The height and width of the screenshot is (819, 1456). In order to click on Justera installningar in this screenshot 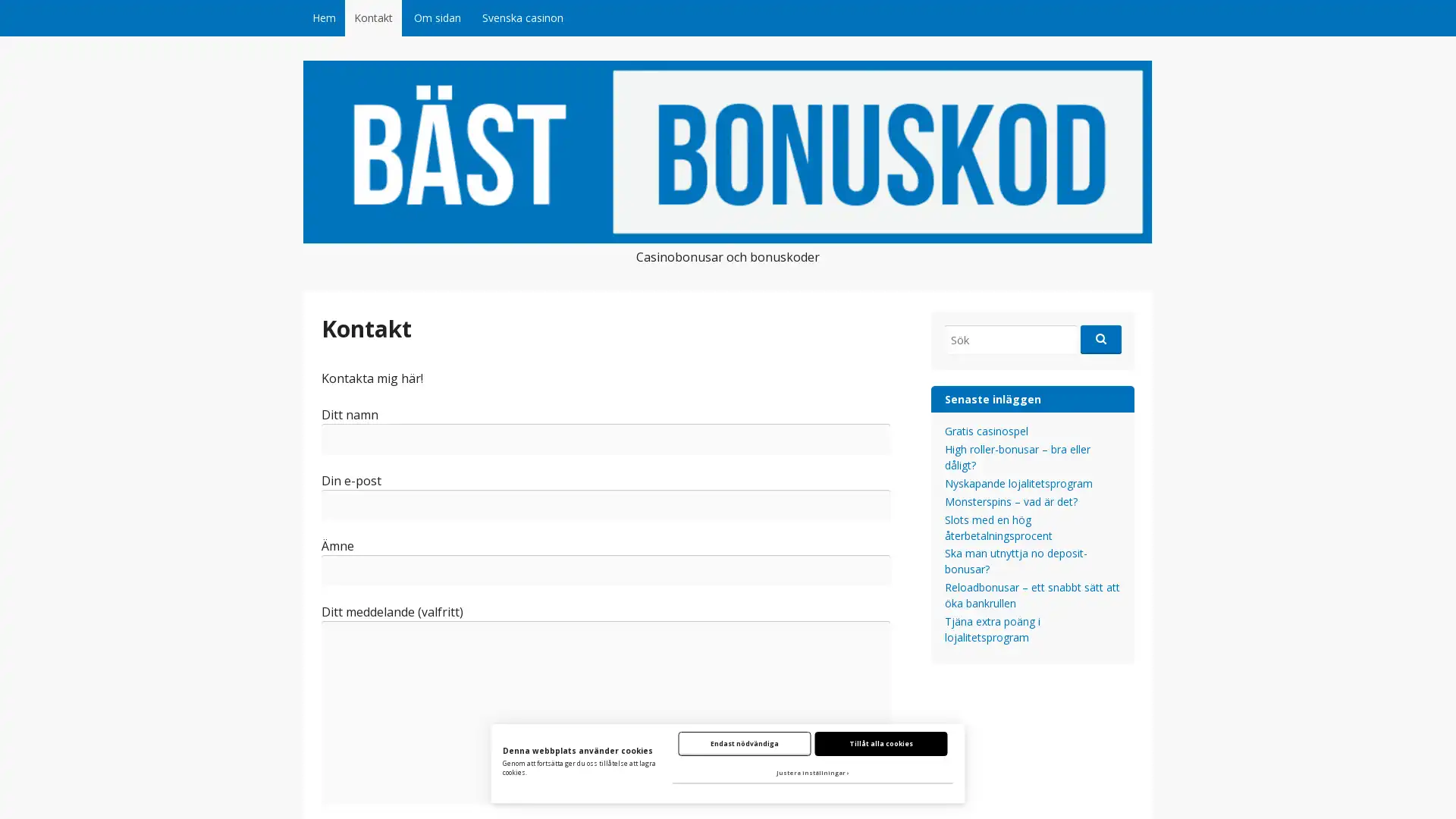, I will do `click(811, 773)`.